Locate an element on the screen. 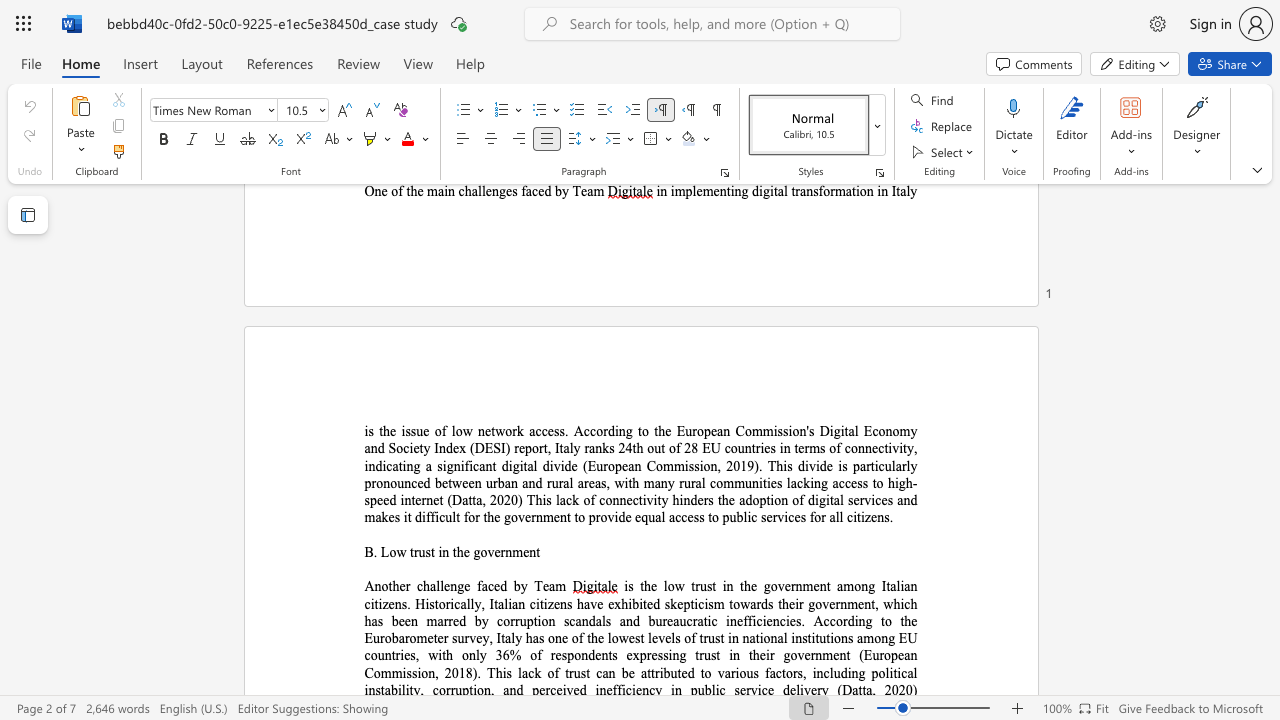 The width and height of the screenshot is (1280, 720). the 1th character "y" in the text is located at coordinates (524, 585).